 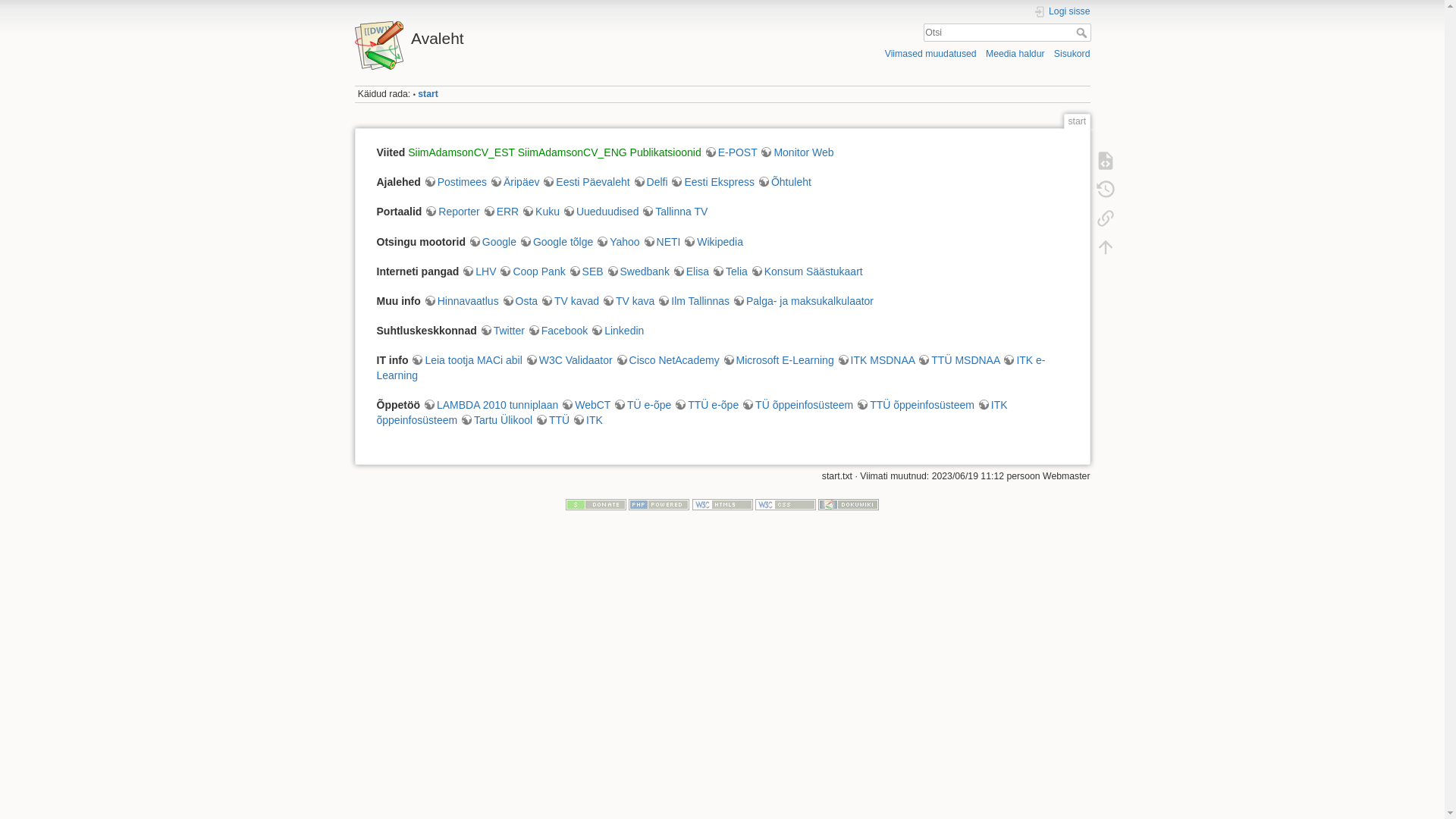 I want to click on 'Coop Pank', so click(x=498, y=271).